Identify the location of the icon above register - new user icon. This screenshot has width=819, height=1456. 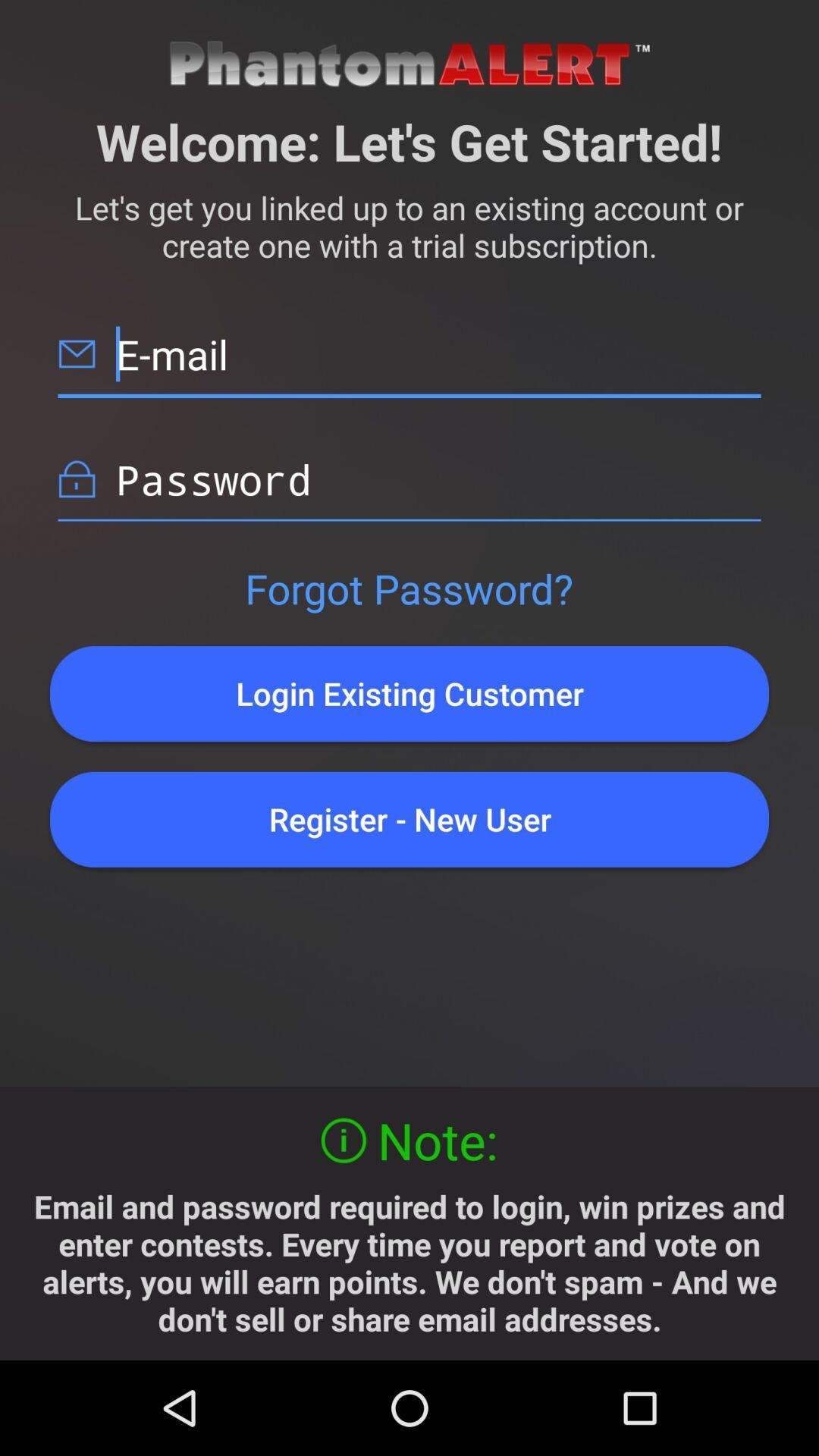
(409, 693).